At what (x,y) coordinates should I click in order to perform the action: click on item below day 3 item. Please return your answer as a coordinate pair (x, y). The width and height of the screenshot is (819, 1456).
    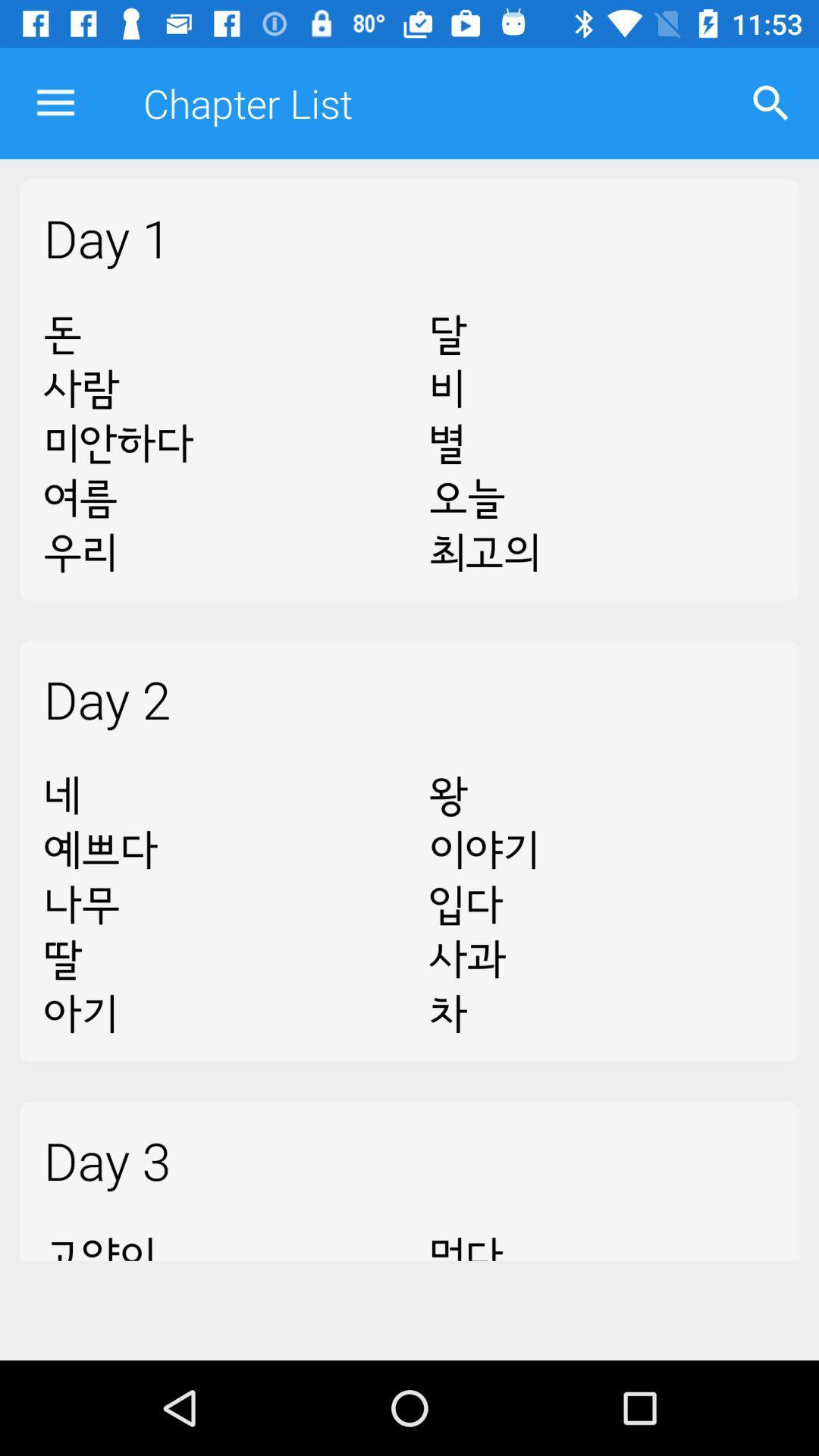
    Looking at the image, I should click on (216, 1238).